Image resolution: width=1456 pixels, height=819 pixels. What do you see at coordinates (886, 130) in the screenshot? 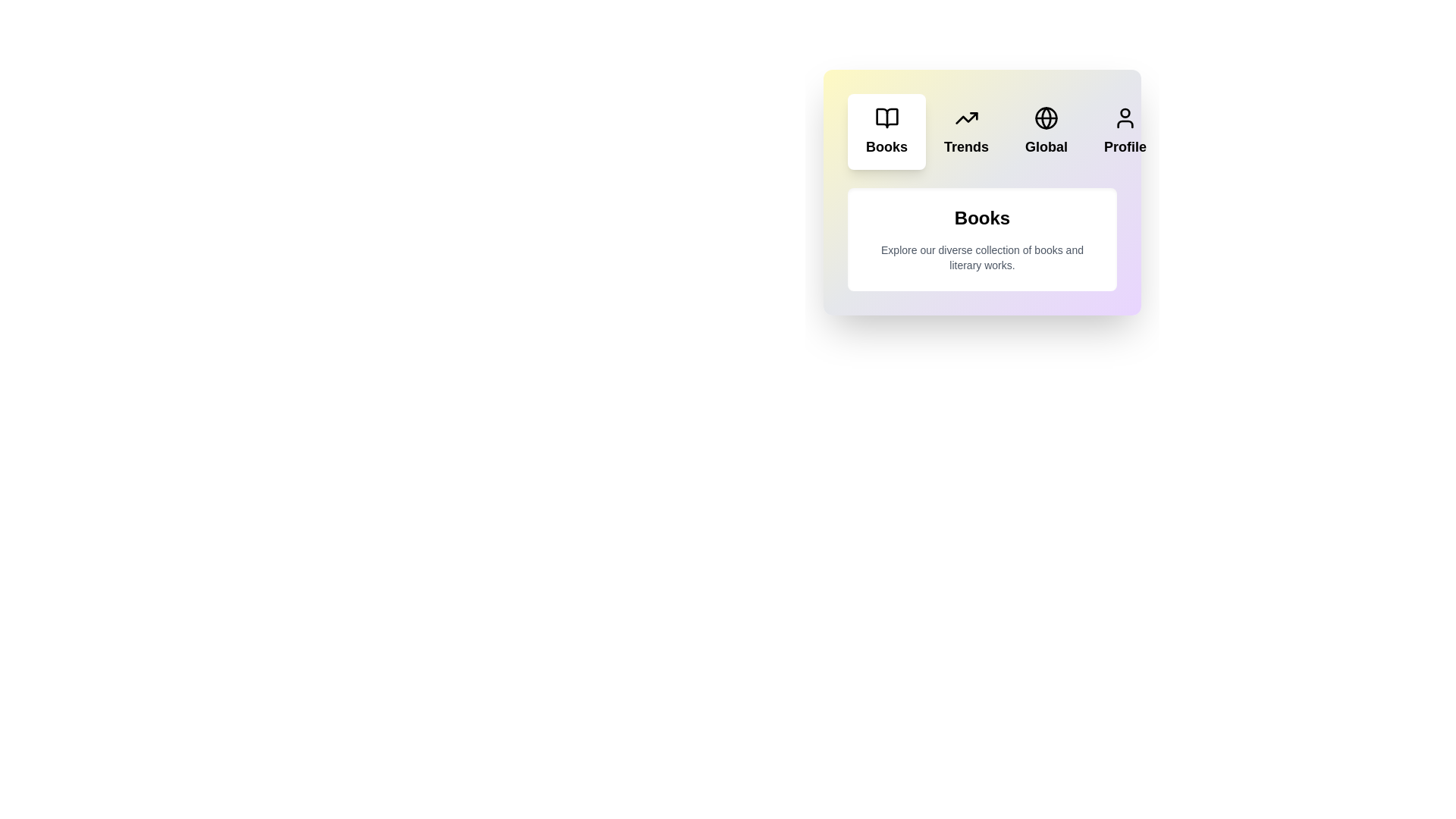
I see `the tab labeled Books` at bounding box center [886, 130].